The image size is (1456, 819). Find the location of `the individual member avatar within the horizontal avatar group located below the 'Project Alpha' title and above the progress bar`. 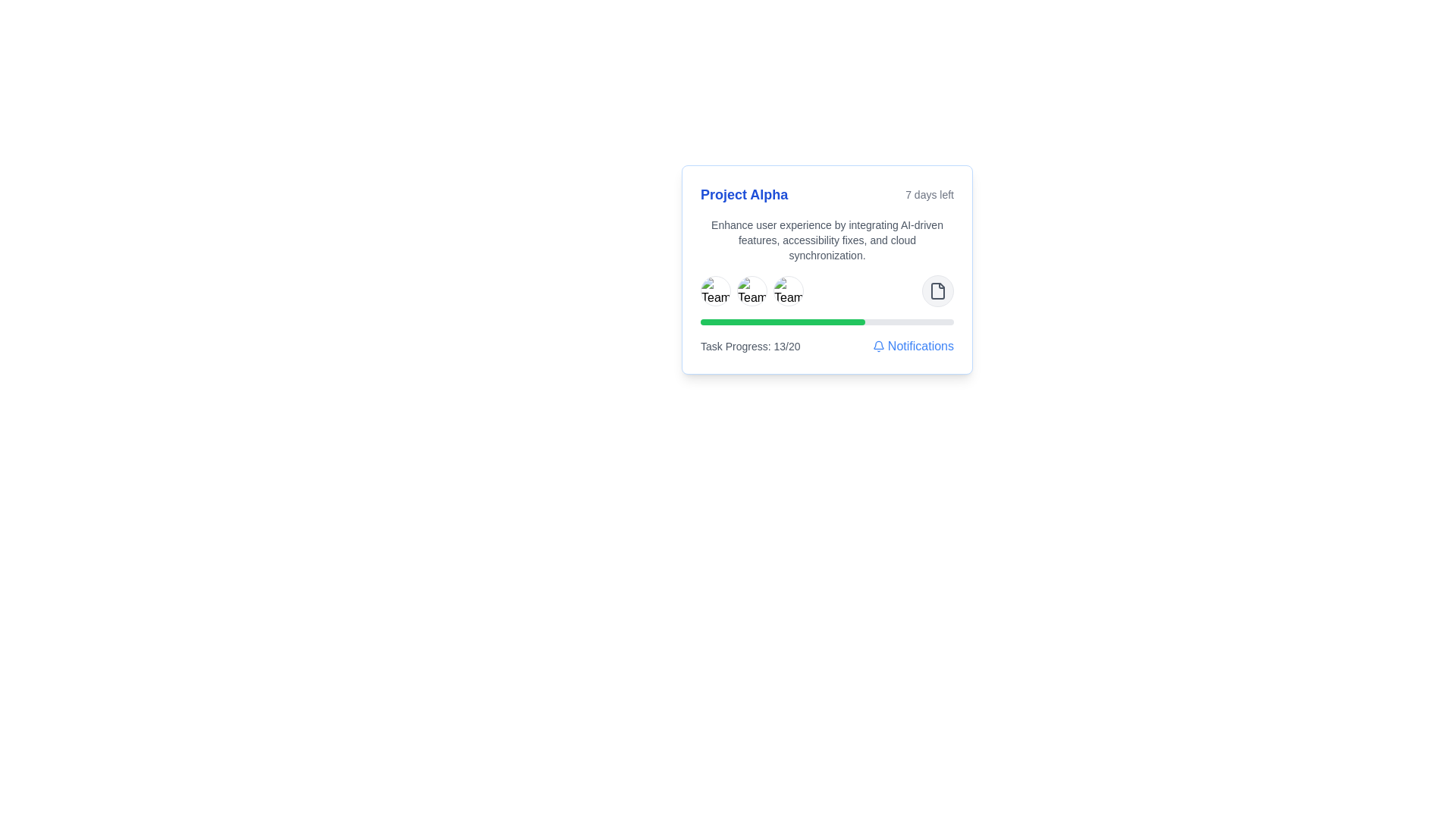

the individual member avatar within the horizontal avatar group located below the 'Project Alpha' title and above the progress bar is located at coordinates (752, 291).